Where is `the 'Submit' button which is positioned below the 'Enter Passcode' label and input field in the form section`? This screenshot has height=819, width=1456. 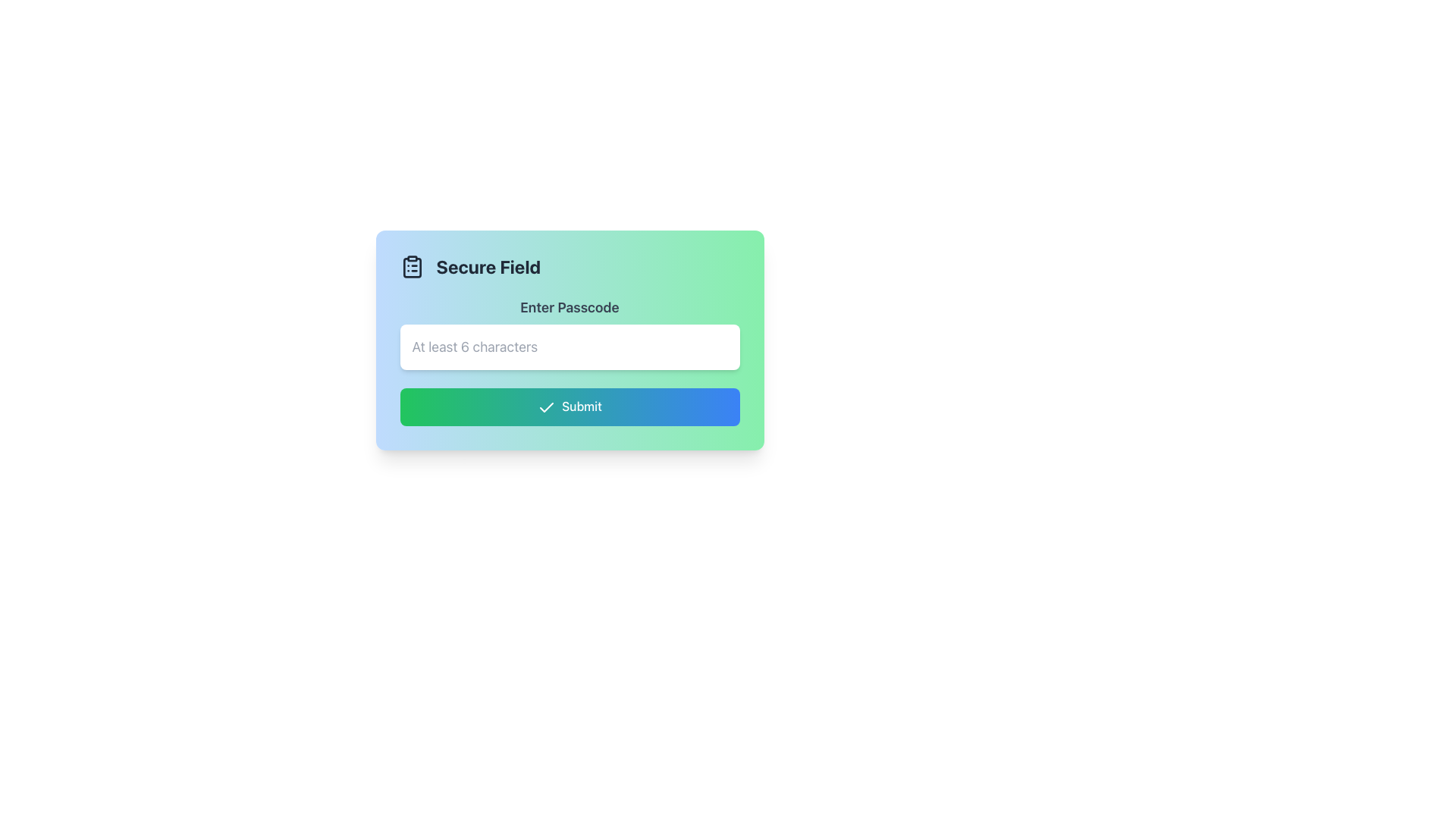
the 'Submit' button which is positioned below the 'Enter Passcode' label and input field in the form section is located at coordinates (569, 406).